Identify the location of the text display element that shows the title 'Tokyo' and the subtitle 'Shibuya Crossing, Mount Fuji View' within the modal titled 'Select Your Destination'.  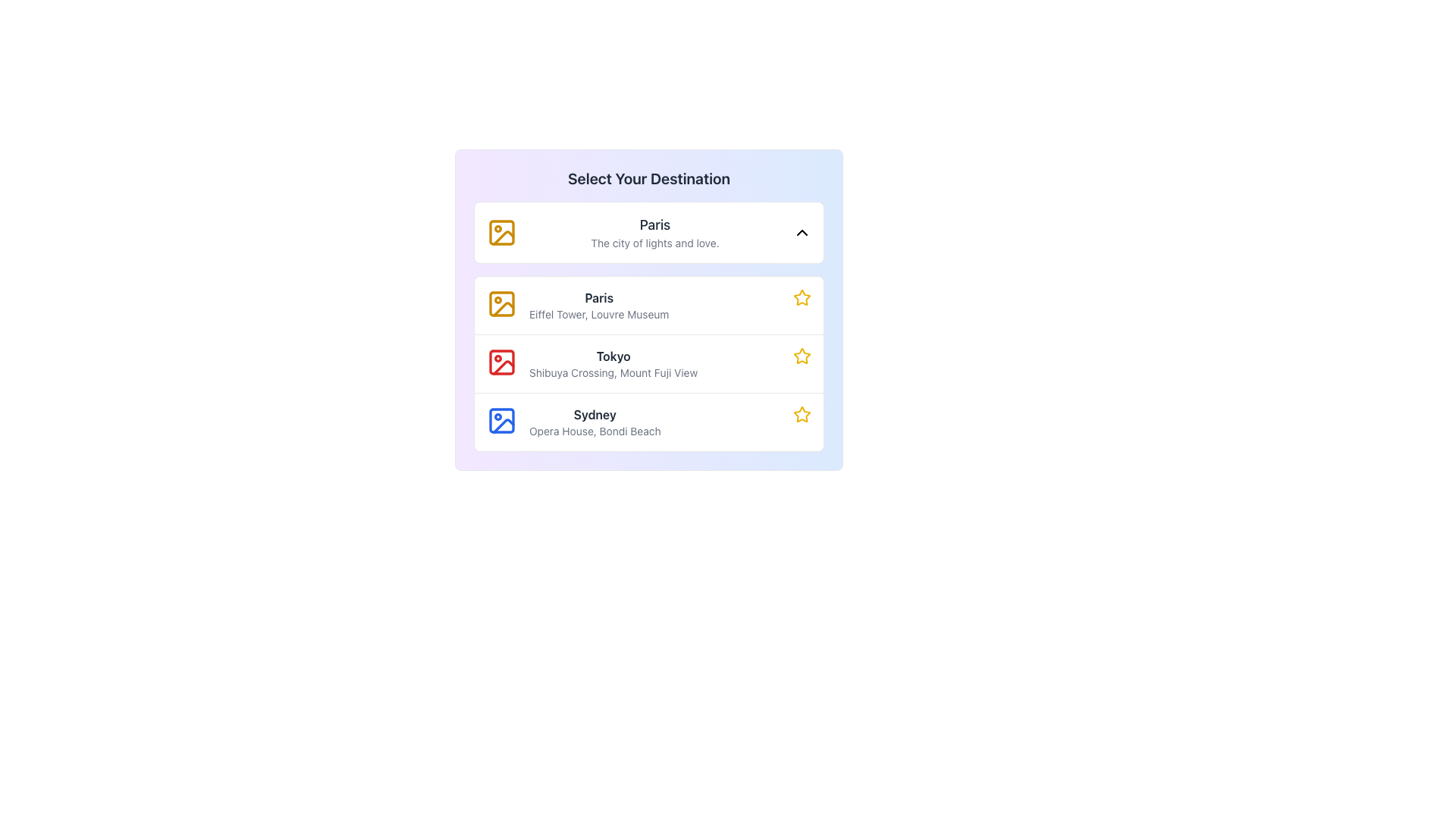
(613, 363).